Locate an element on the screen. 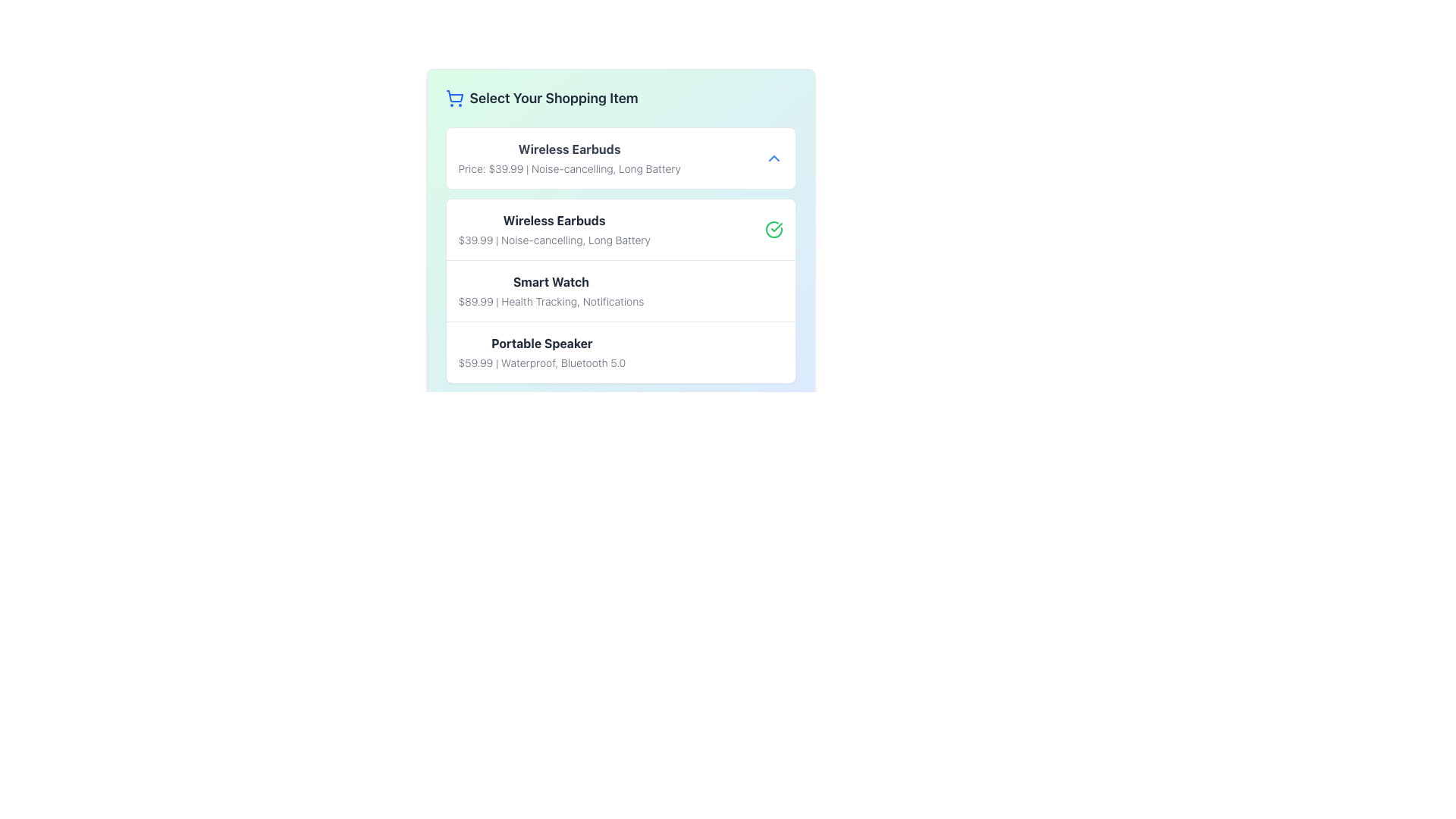 The image size is (1456, 819). the shopping cart icon which is located to the far left of the title text 'Select Your Shopping Item' is located at coordinates (453, 99).